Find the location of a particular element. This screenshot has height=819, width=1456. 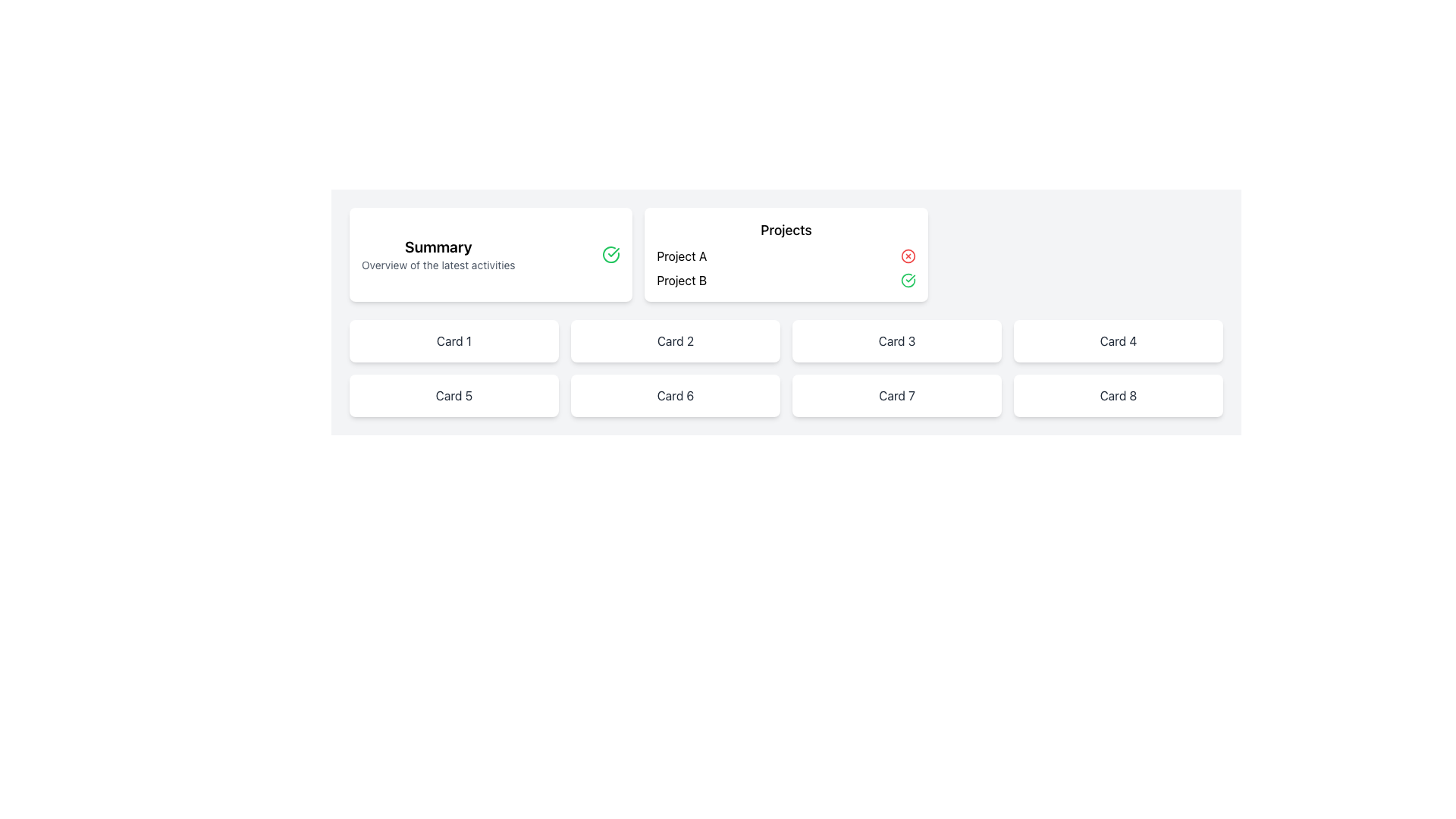

the delete icon button located next to 'Project A' in the Projects section is located at coordinates (908, 256).